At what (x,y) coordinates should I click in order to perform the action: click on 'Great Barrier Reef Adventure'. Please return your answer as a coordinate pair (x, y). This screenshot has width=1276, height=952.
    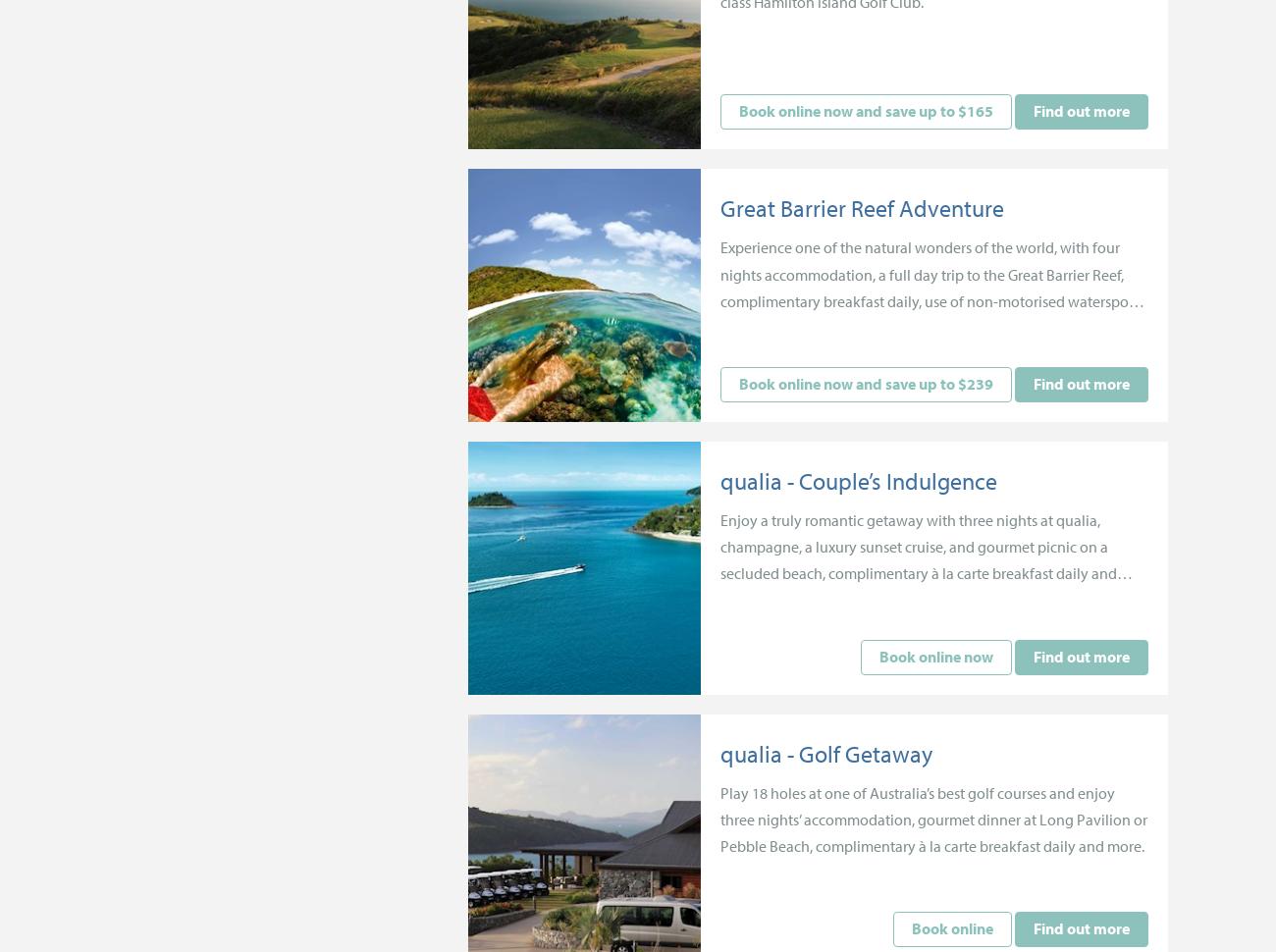
    Looking at the image, I should click on (861, 208).